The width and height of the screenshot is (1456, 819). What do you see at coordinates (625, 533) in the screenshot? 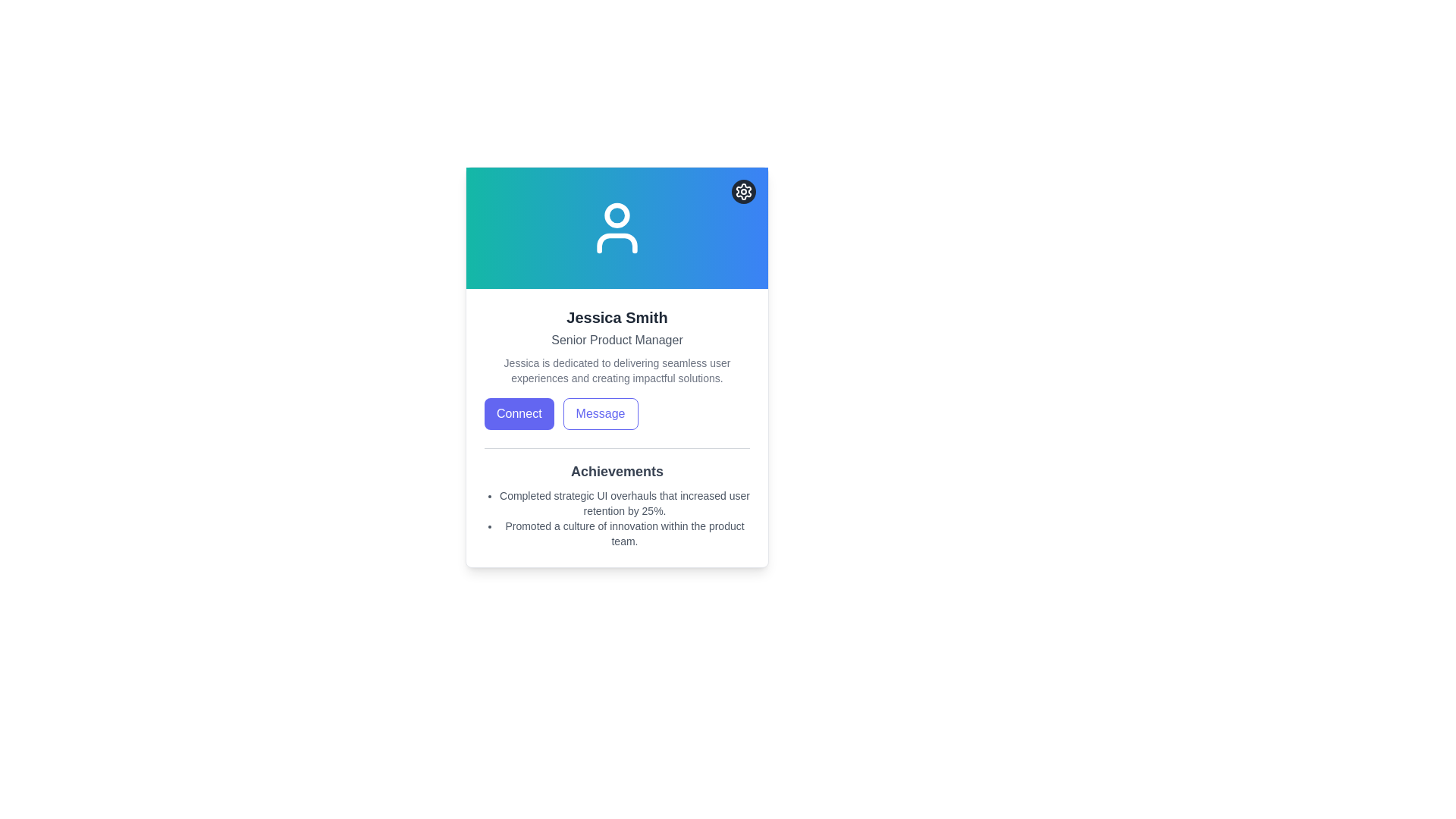
I see `the second bullet point in the 'Achievements' section that highlights a professional achievement in an individual's profile or resume` at bounding box center [625, 533].